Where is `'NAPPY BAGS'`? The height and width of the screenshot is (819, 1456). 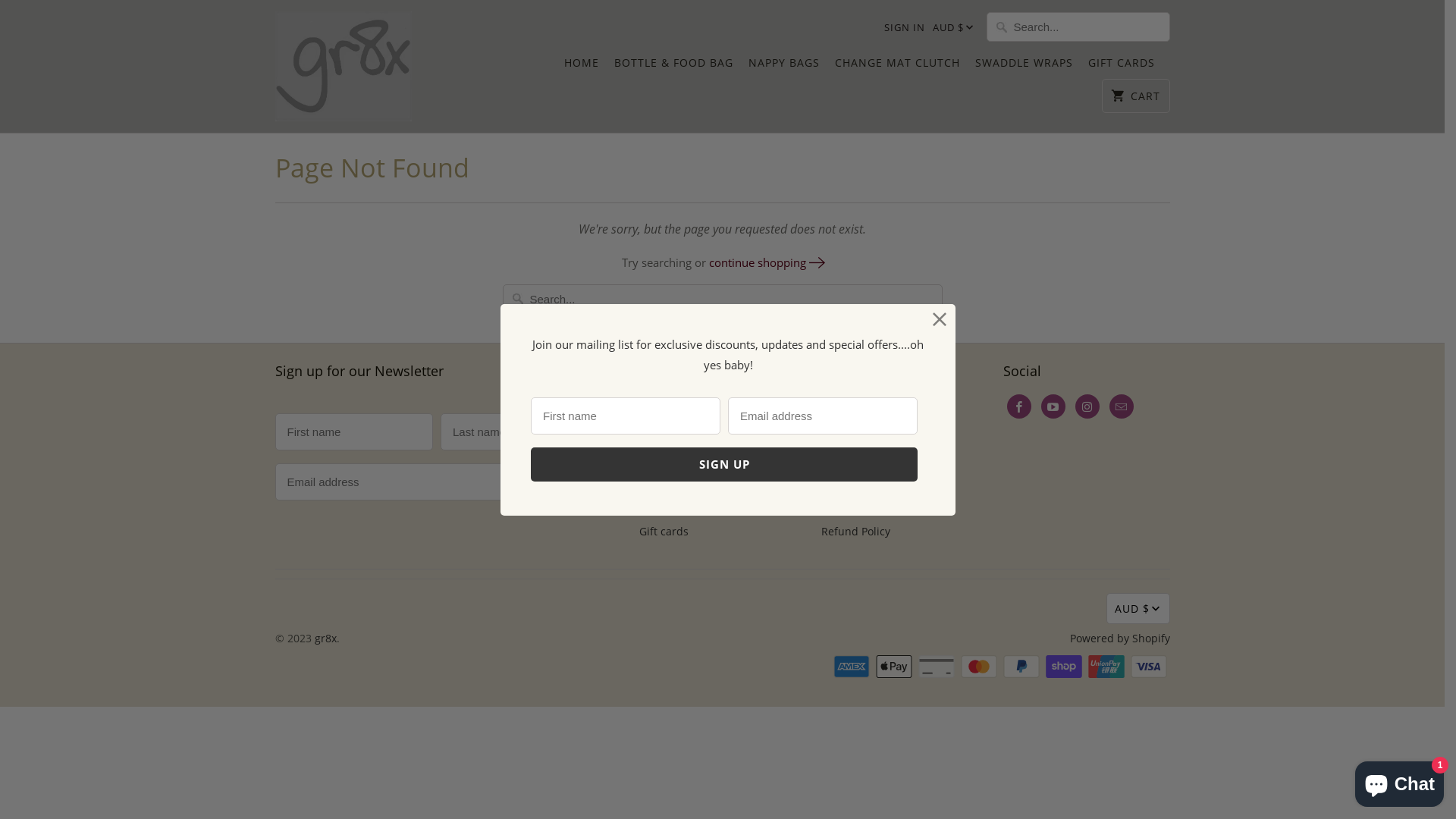 'NAPPY BAGS' is located at coordinates (783, 66).